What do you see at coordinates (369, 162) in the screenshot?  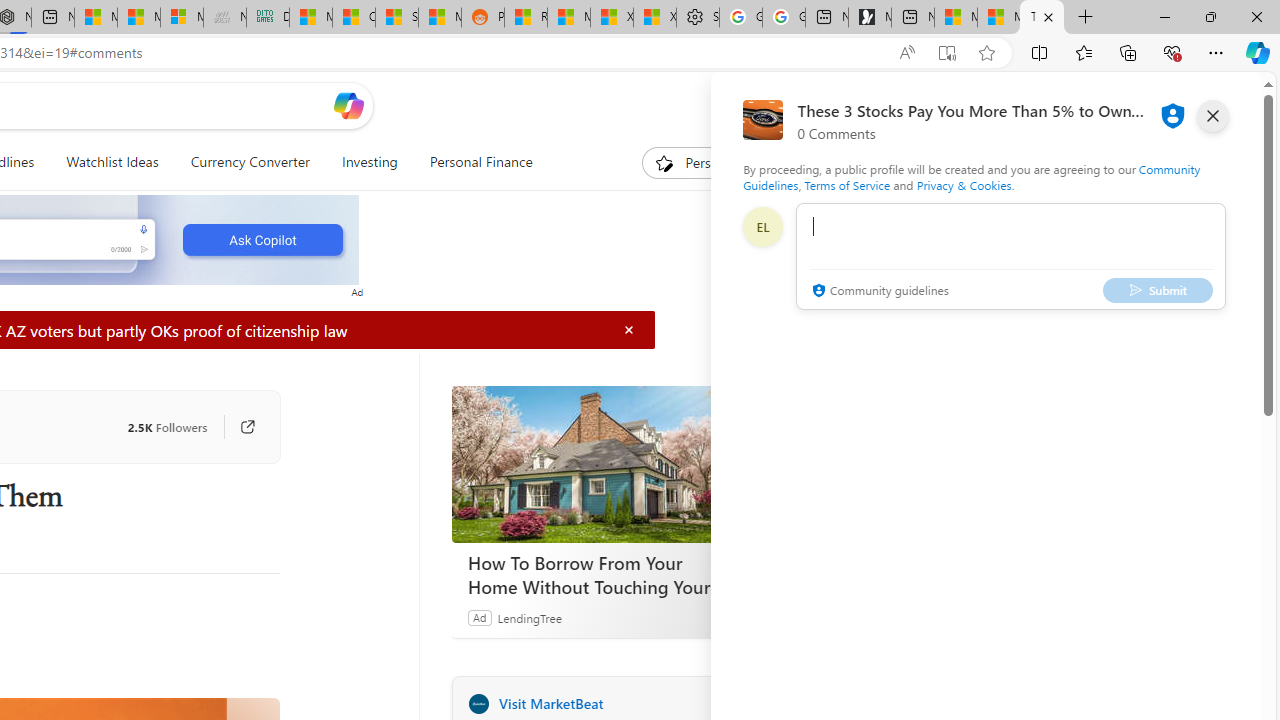 I see `'Investing'` at bounding box center [369, 162].